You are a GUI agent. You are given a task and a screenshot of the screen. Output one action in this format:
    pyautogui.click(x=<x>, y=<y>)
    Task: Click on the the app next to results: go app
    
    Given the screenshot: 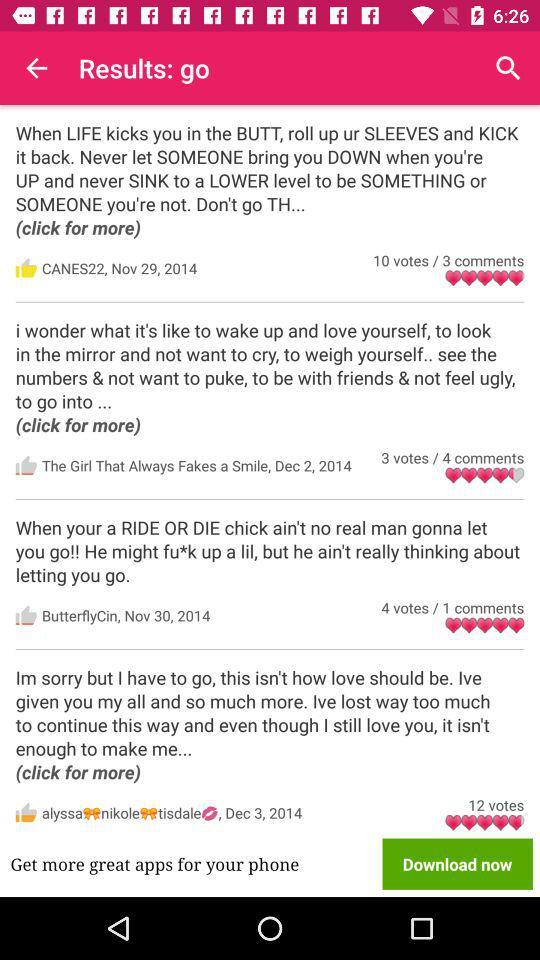 What is the action you would take?
    pyautogui.click(x=508, y=68)
    